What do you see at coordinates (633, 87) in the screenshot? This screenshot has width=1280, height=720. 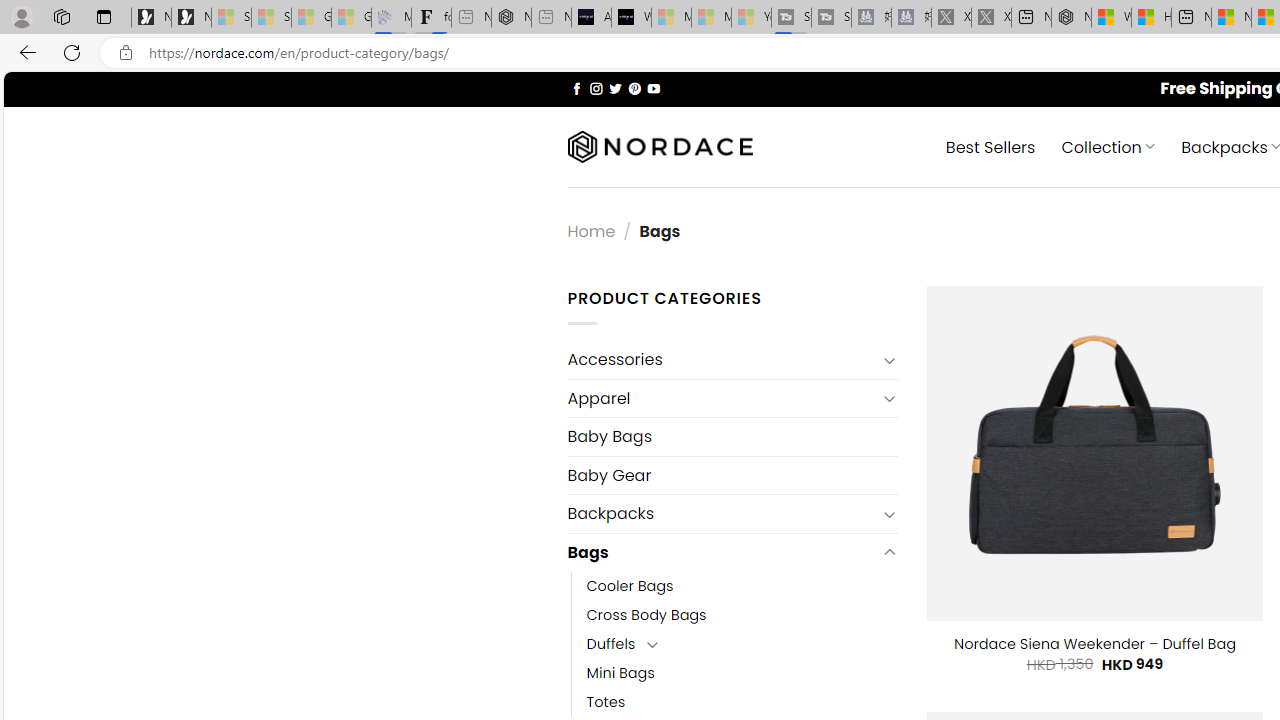 I see `'Follow on Pinterest'` at bounding box center [633, 87].